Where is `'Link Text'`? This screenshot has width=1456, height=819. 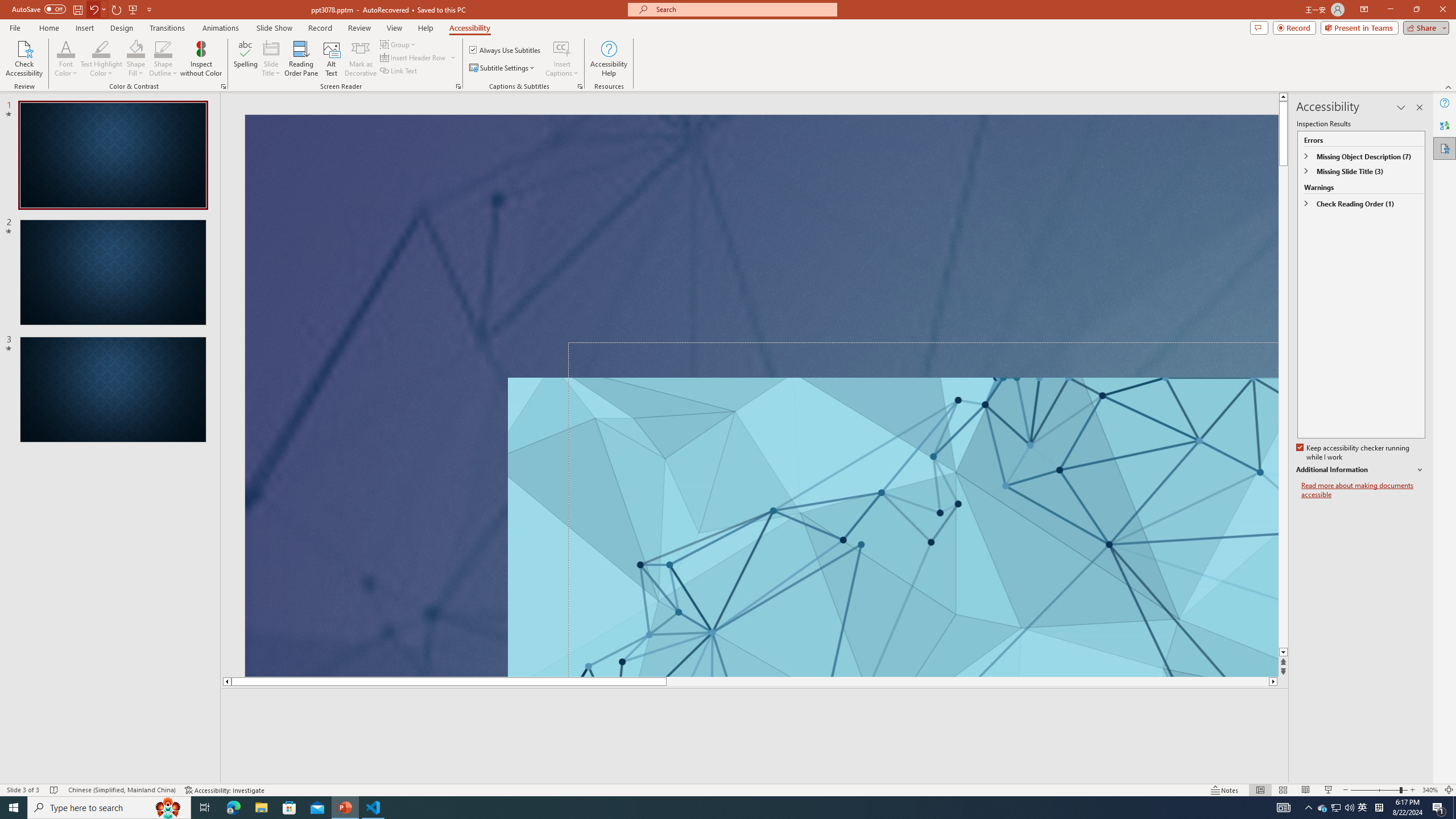
'Link Text' is located at coordinates (399, 69).